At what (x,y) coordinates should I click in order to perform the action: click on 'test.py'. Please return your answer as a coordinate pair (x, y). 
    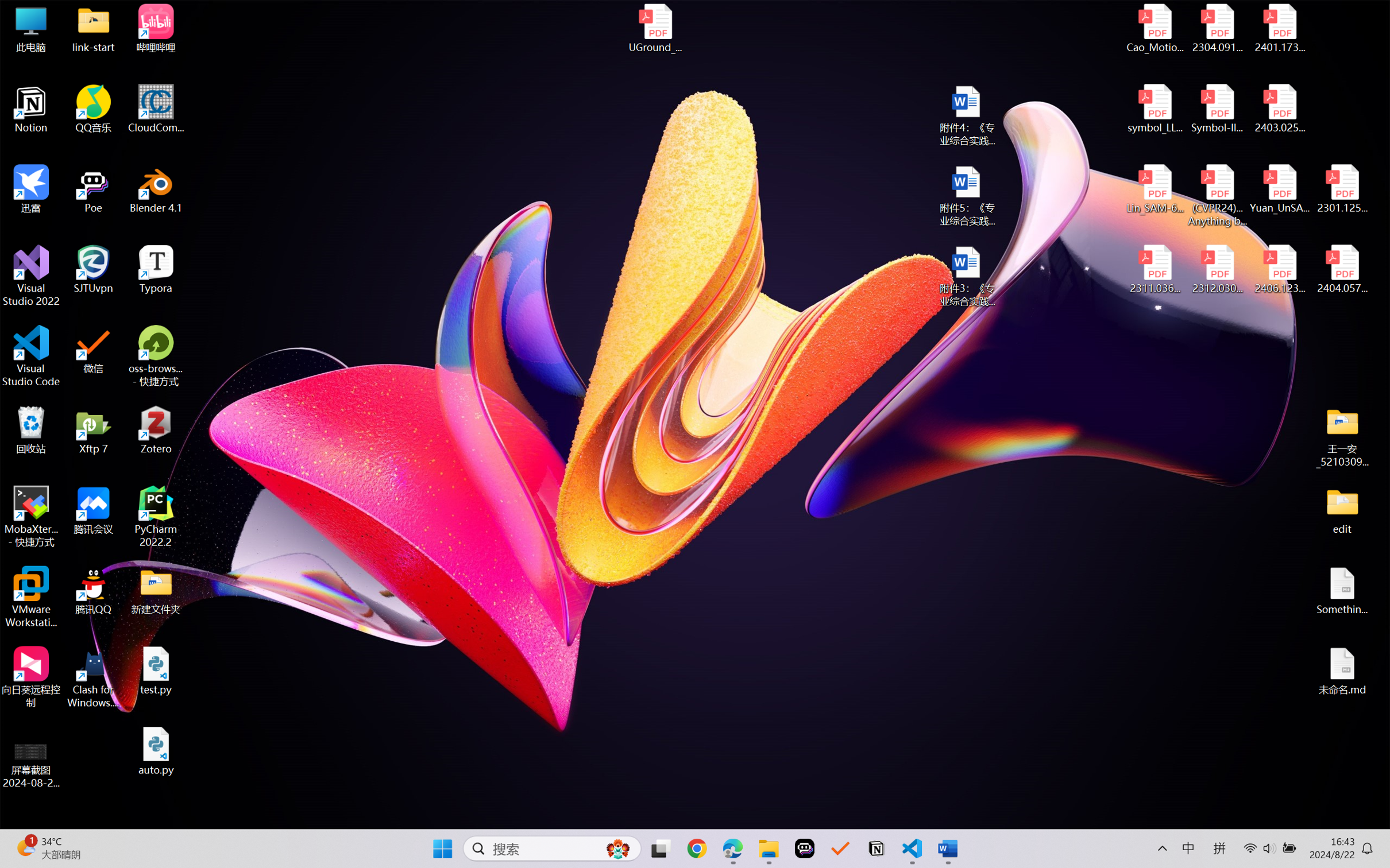
    Looking at the image, I should click on (156, 670).